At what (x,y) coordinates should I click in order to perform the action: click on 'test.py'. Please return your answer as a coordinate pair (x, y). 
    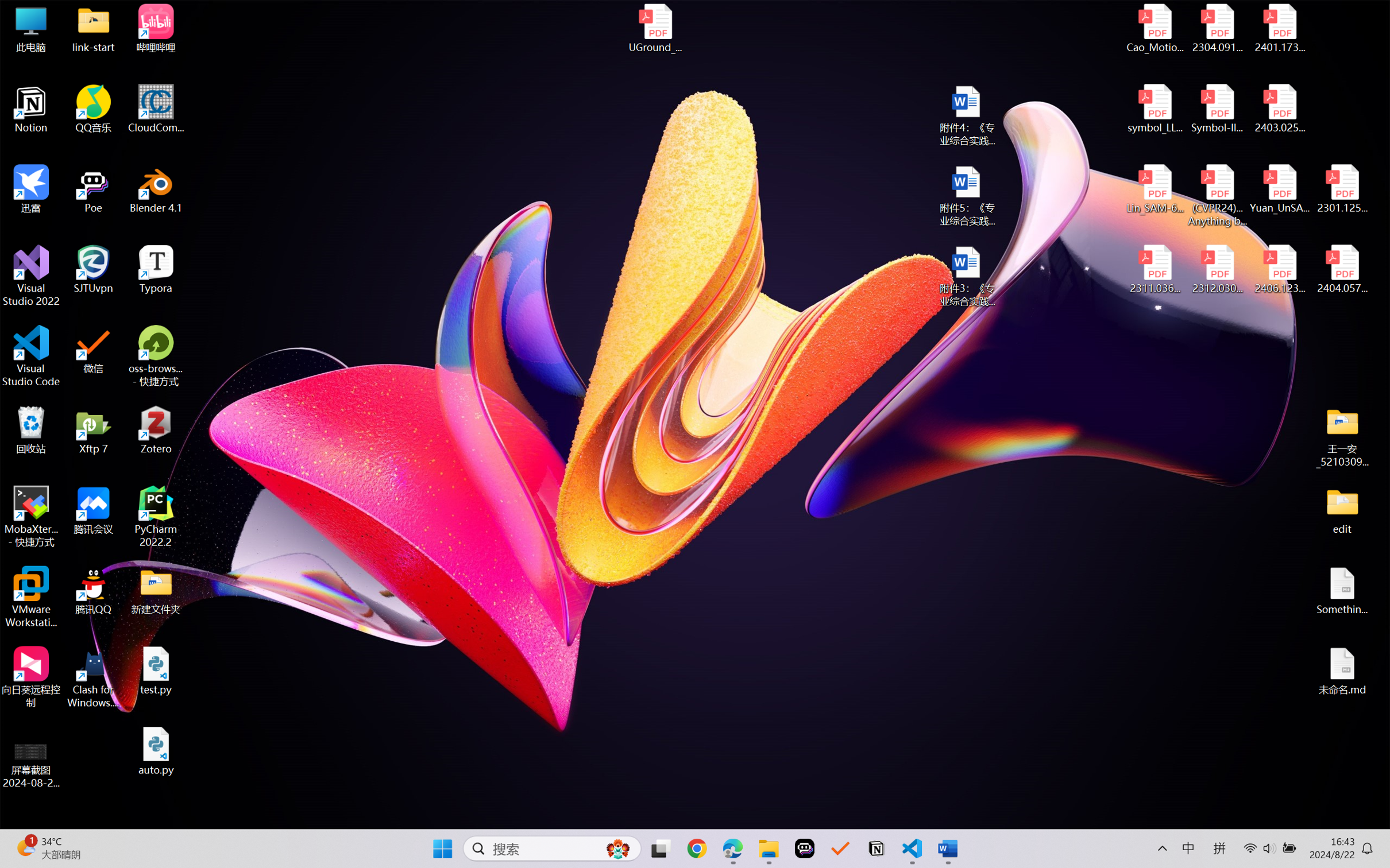
    Looking at the image, I should click on (156, 670).